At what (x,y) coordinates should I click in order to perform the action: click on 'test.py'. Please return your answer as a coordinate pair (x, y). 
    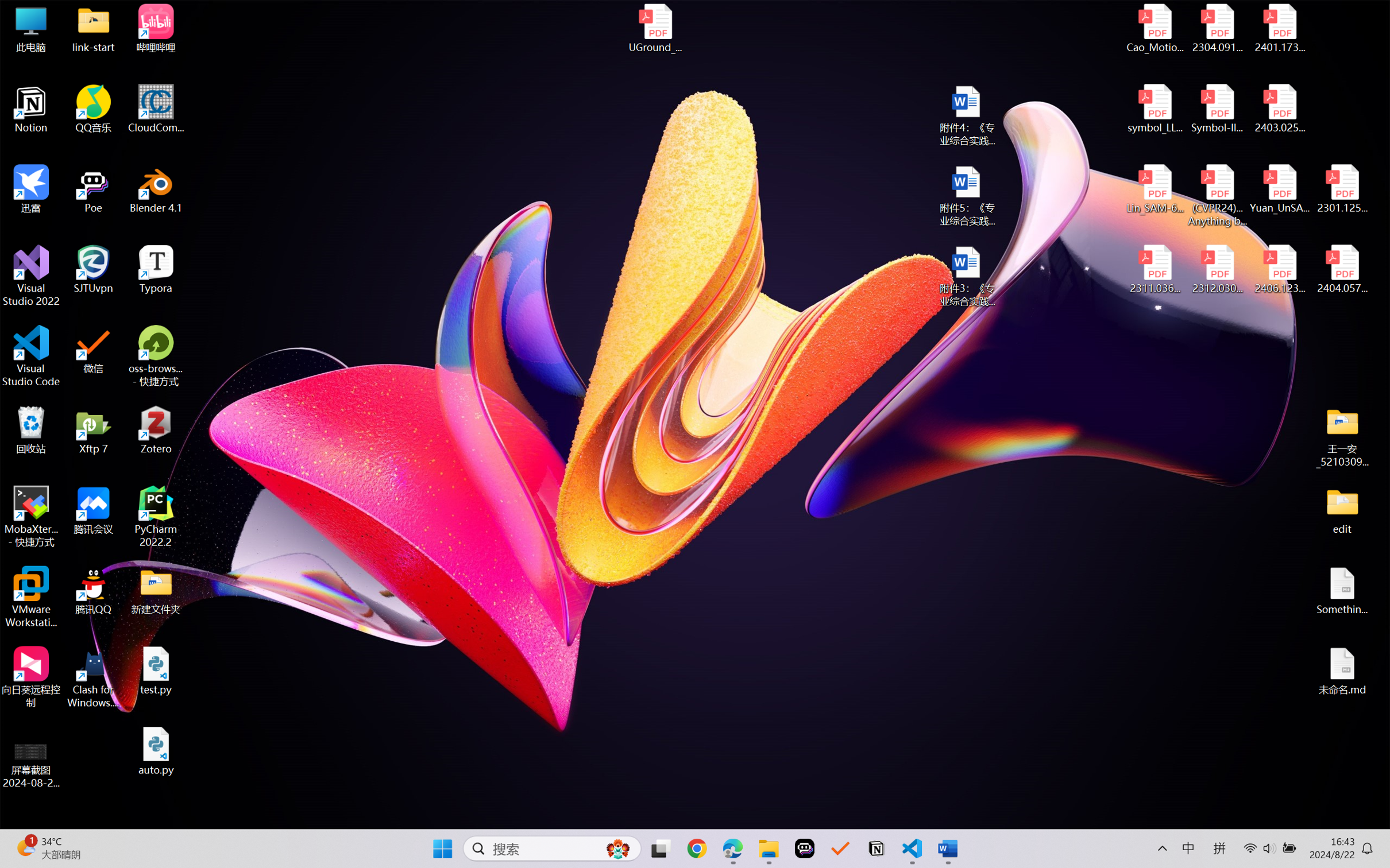
    Looking at the image, I should click on (156, 670).